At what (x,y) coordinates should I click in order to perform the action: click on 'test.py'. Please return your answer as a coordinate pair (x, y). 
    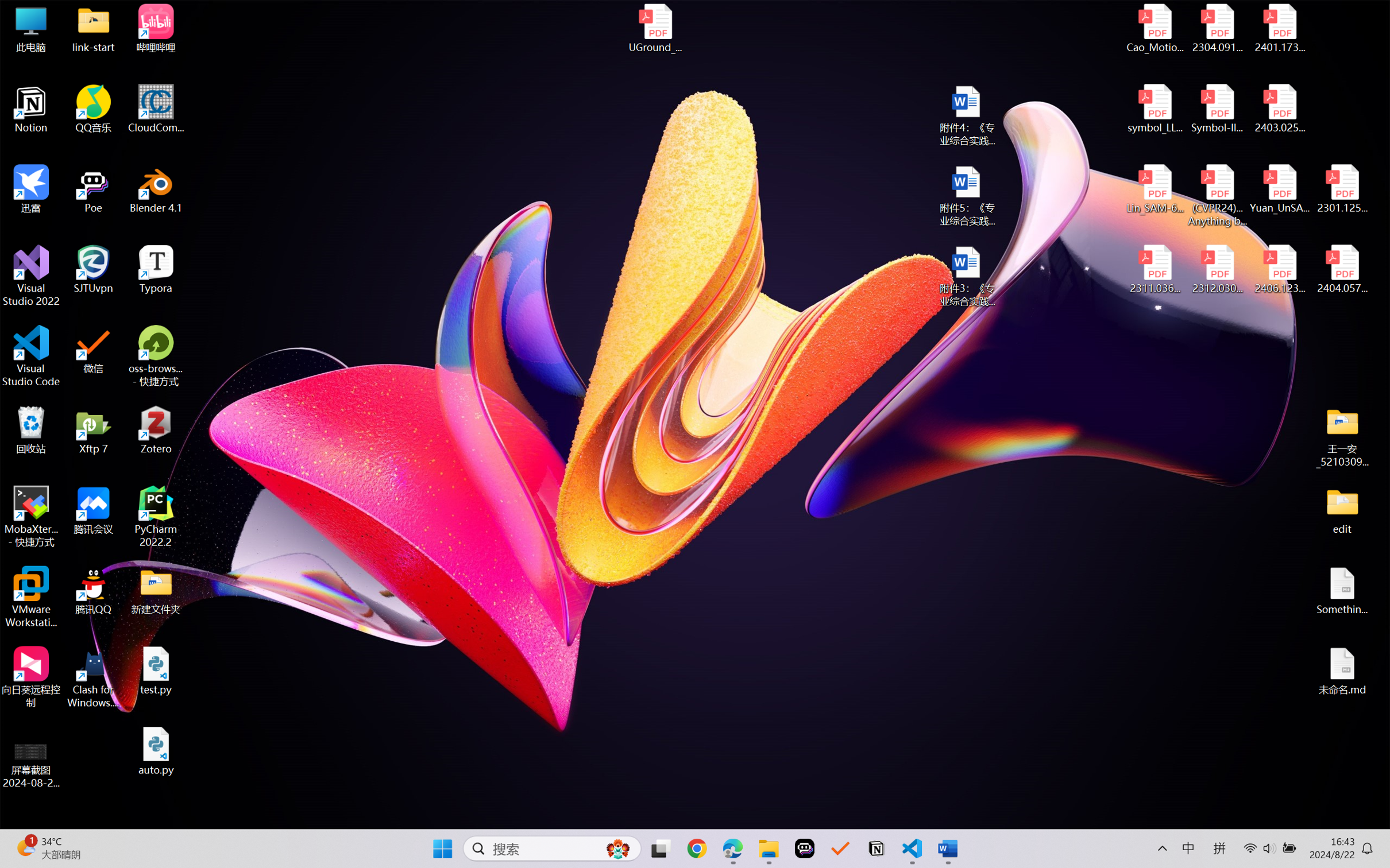
    Looking at the image, I should click on (156, 670).